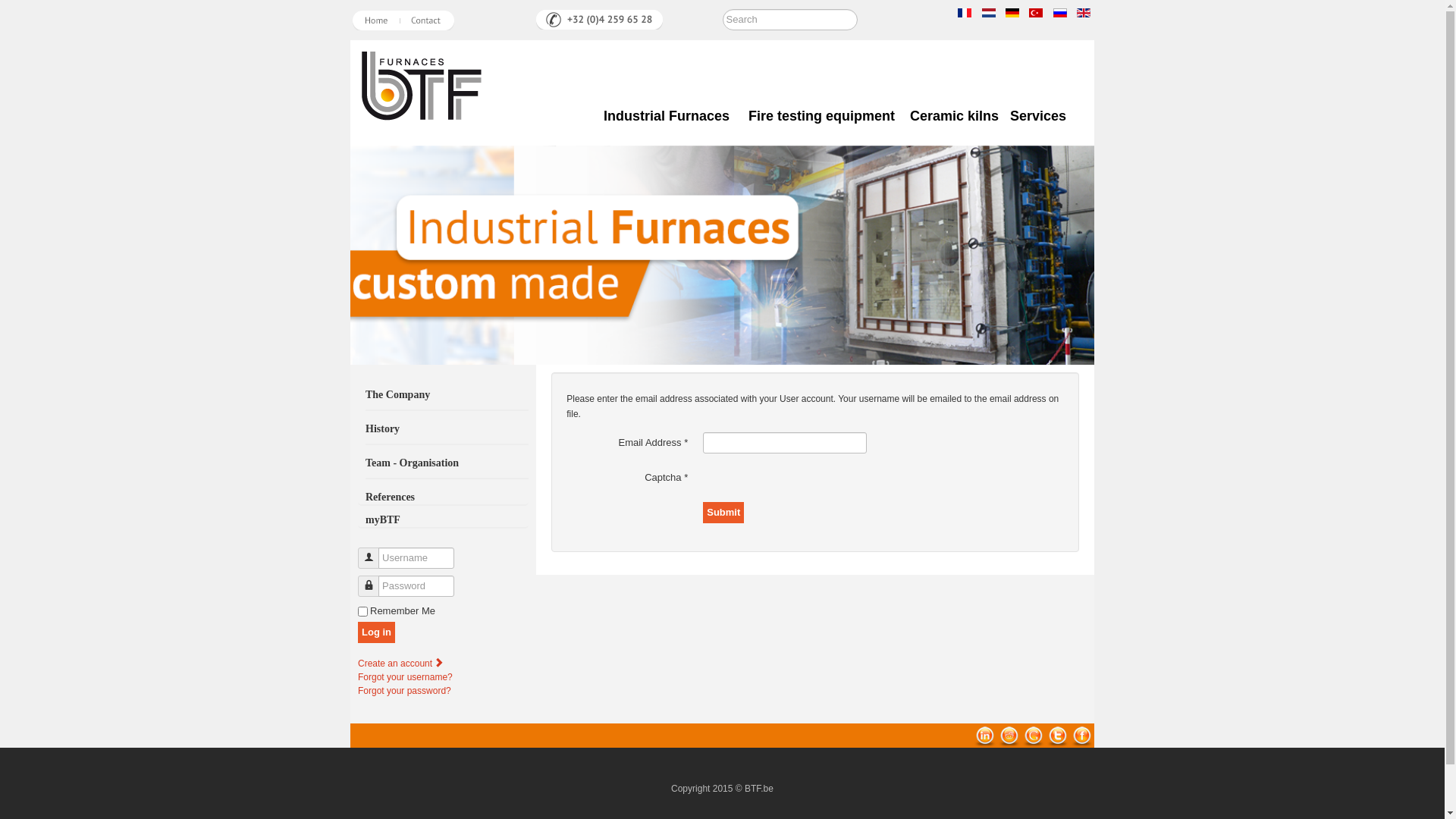 This screenshot has height=819, width=1456. What do you see at coordinates (669, 115) in the screenshot?
I see `'Industrial Furnaces'` at bounding box center [669, 115].